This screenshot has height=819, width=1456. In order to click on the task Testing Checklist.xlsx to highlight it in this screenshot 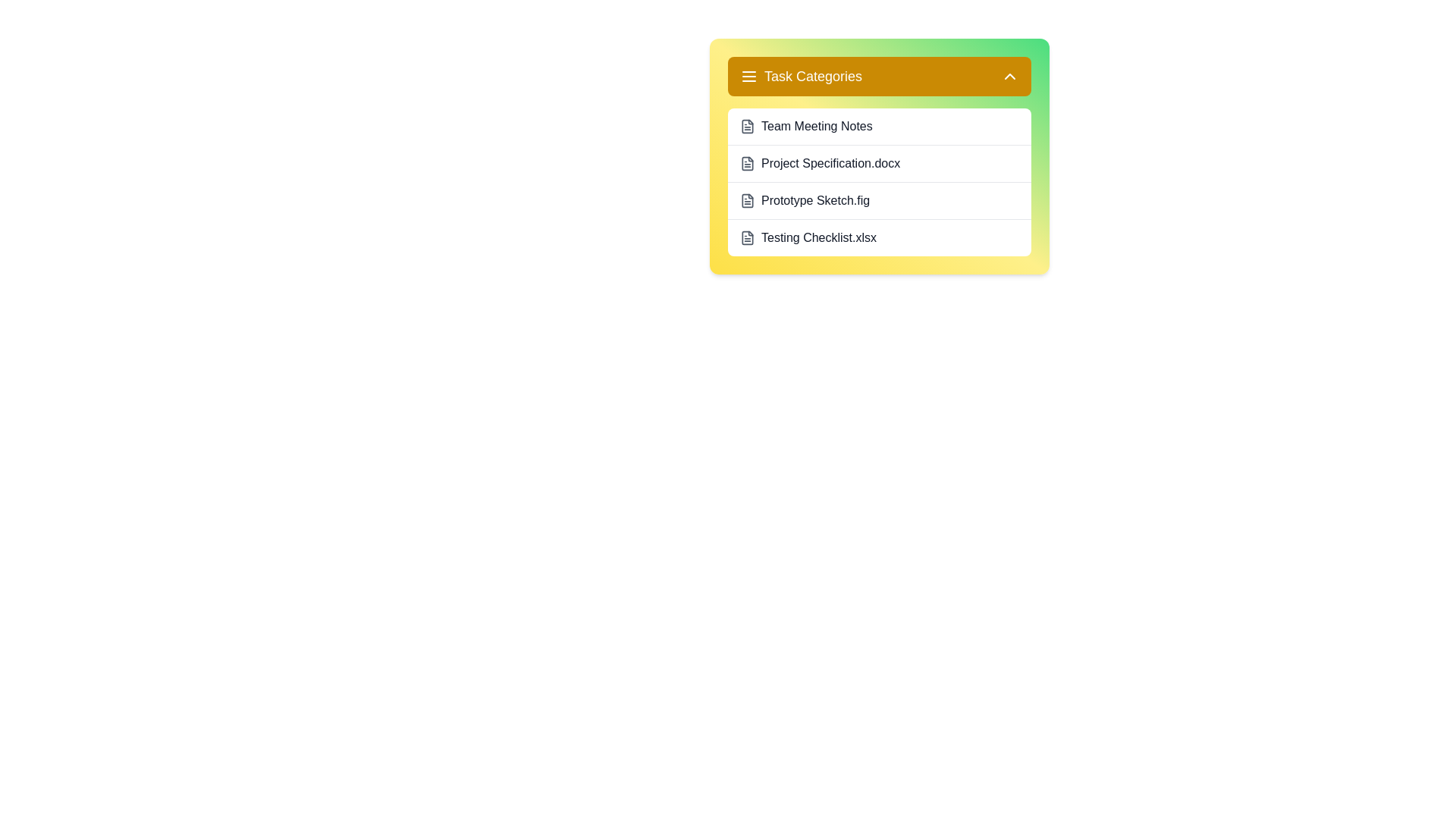, I will do `click(880, 237)`.